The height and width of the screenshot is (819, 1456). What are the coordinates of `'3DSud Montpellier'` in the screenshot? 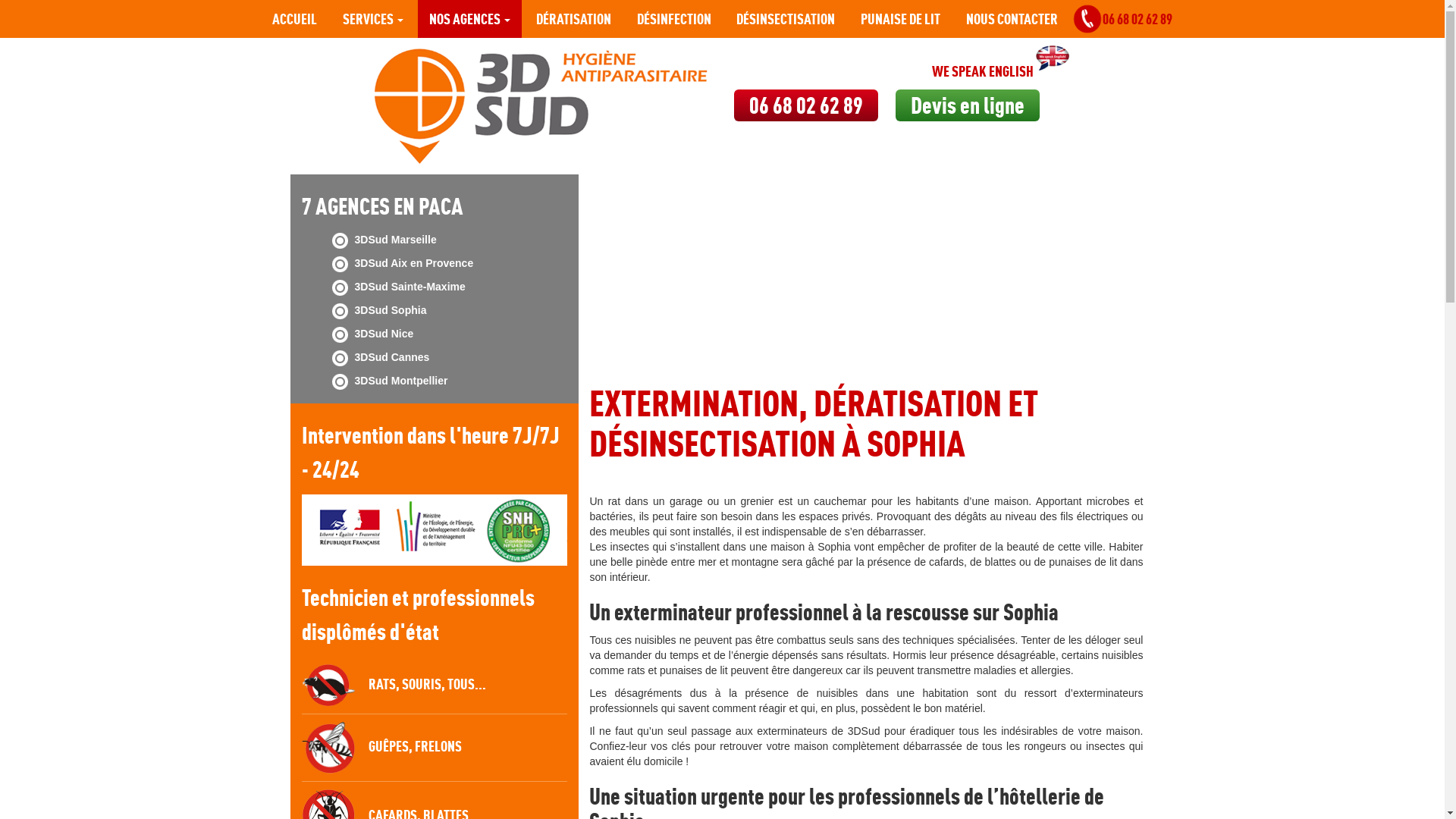 It's located at (401, 379).